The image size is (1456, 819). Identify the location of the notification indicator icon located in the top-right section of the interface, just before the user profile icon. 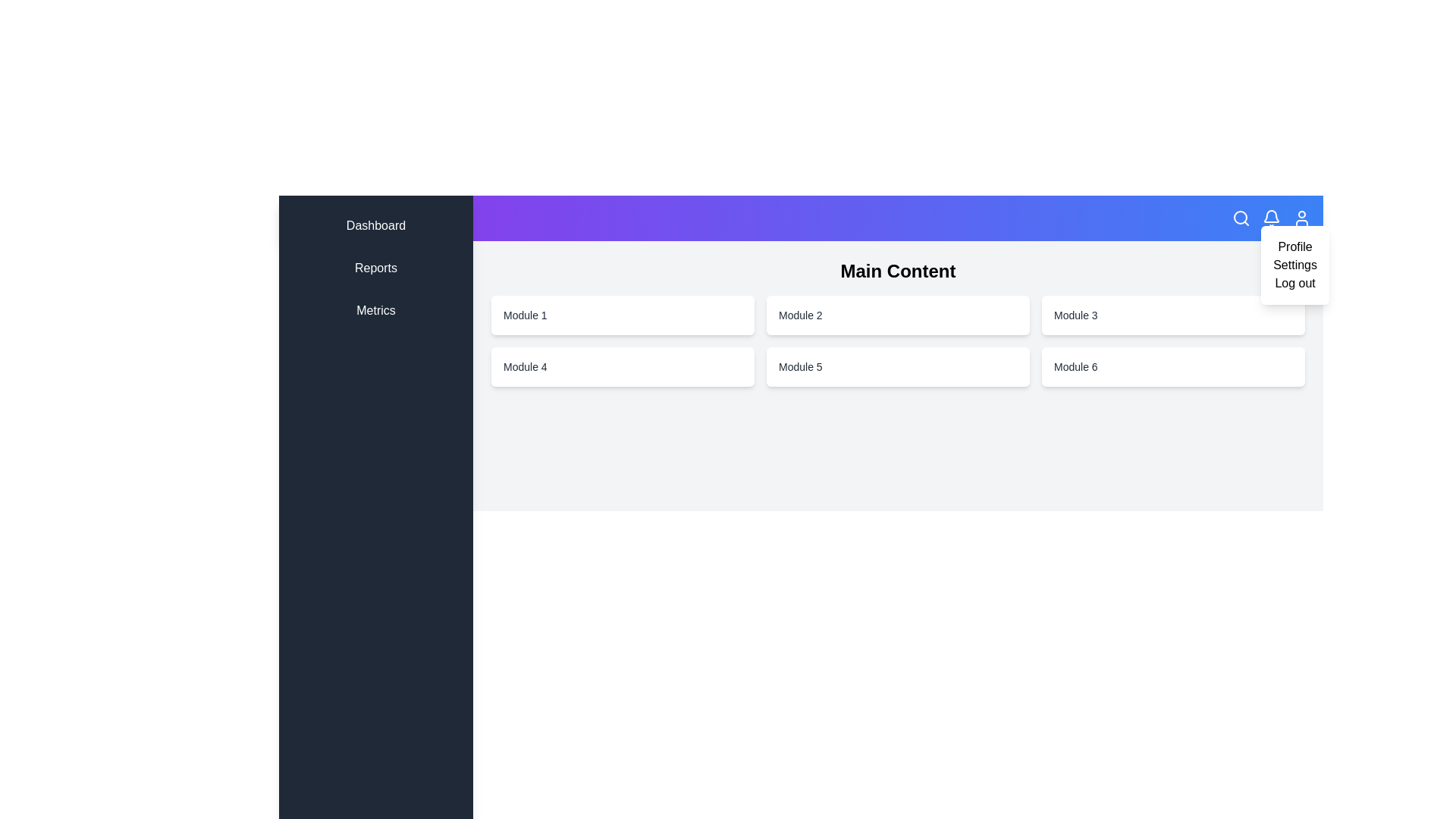
(1271, 216).